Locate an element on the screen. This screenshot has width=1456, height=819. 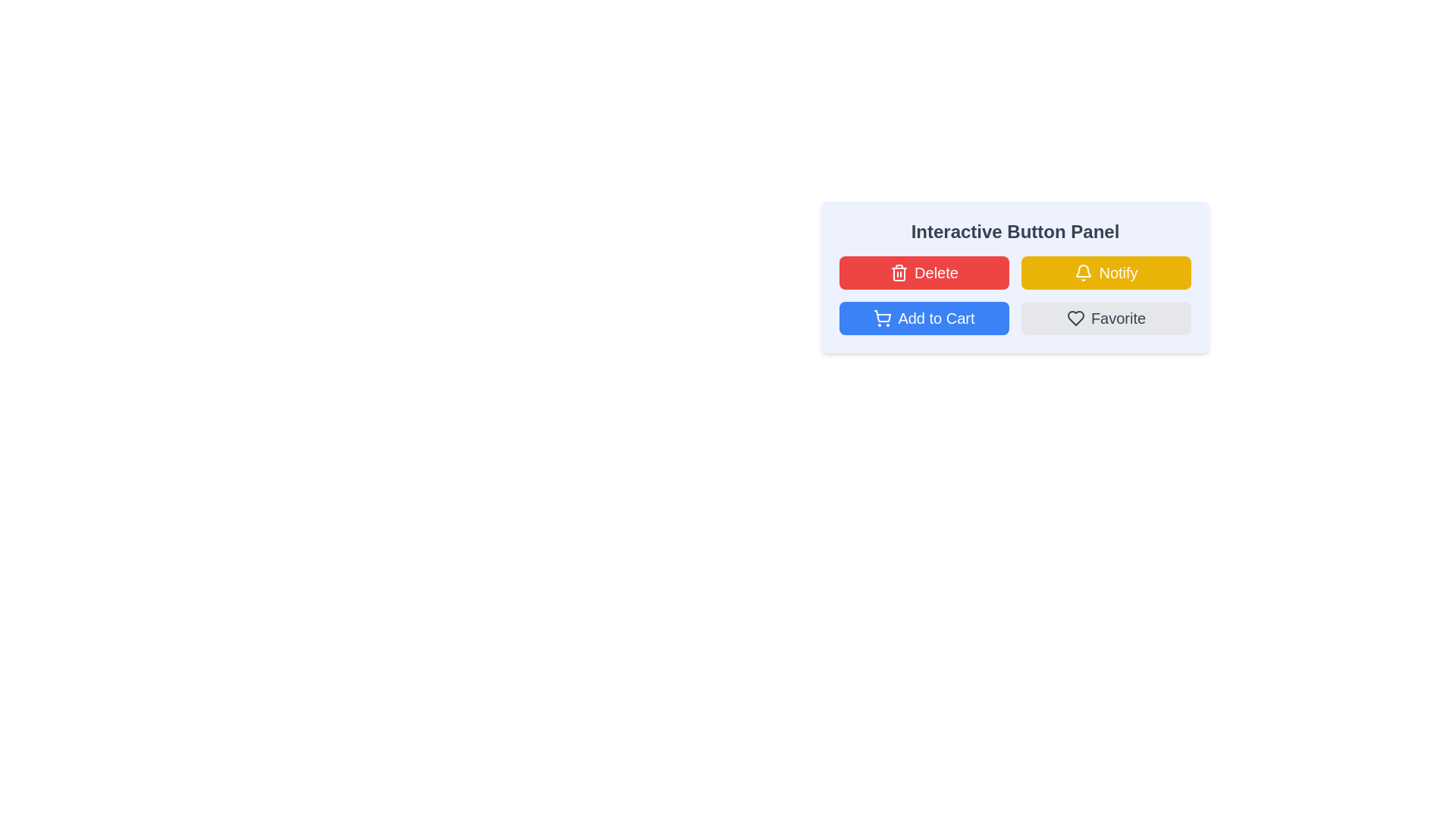
the SVG graphic icon that represents notifications on the 'Notify' button, located in the upper right corner of the button panel is located at coordinates (1083, 270).